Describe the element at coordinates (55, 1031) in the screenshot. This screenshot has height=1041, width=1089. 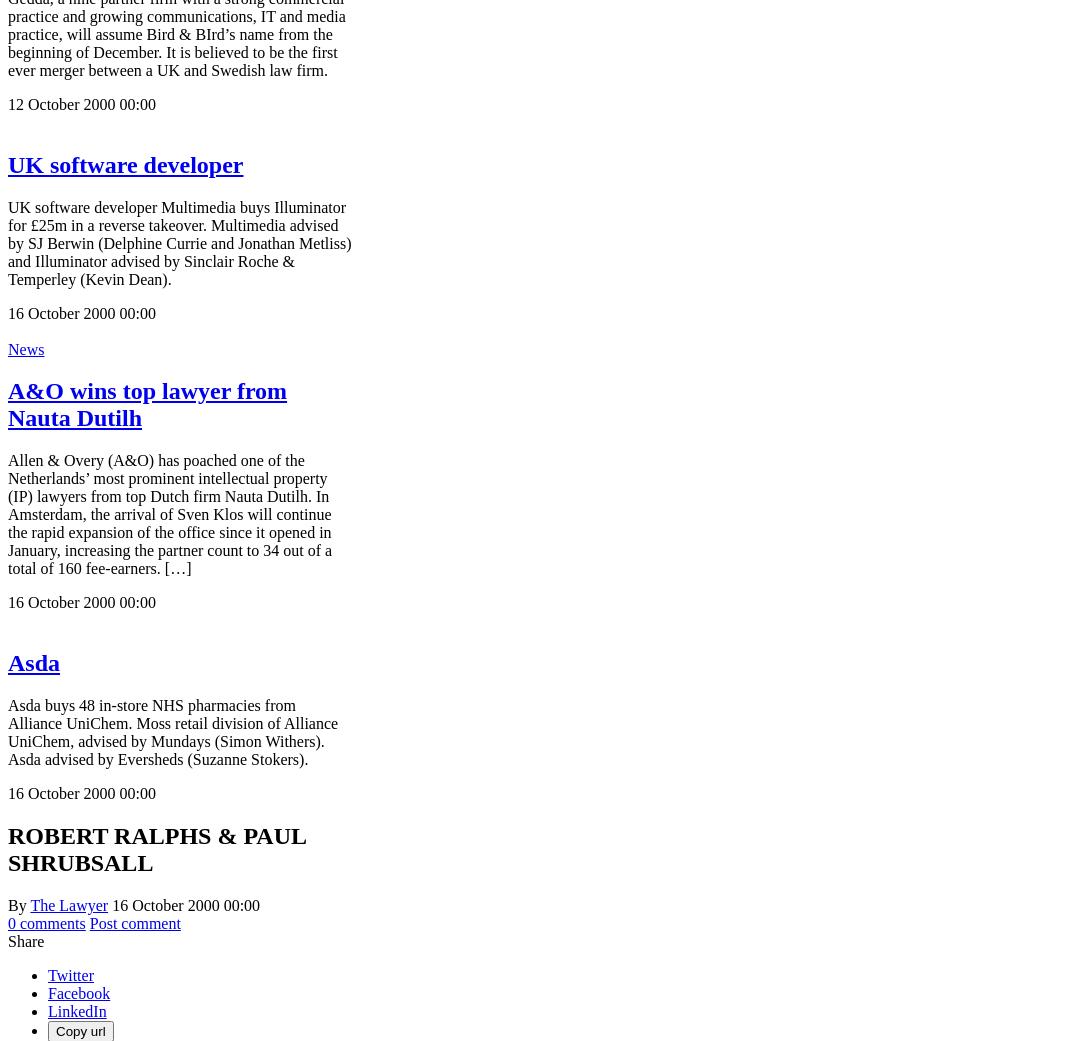
I see `'Copy url'` at that location.